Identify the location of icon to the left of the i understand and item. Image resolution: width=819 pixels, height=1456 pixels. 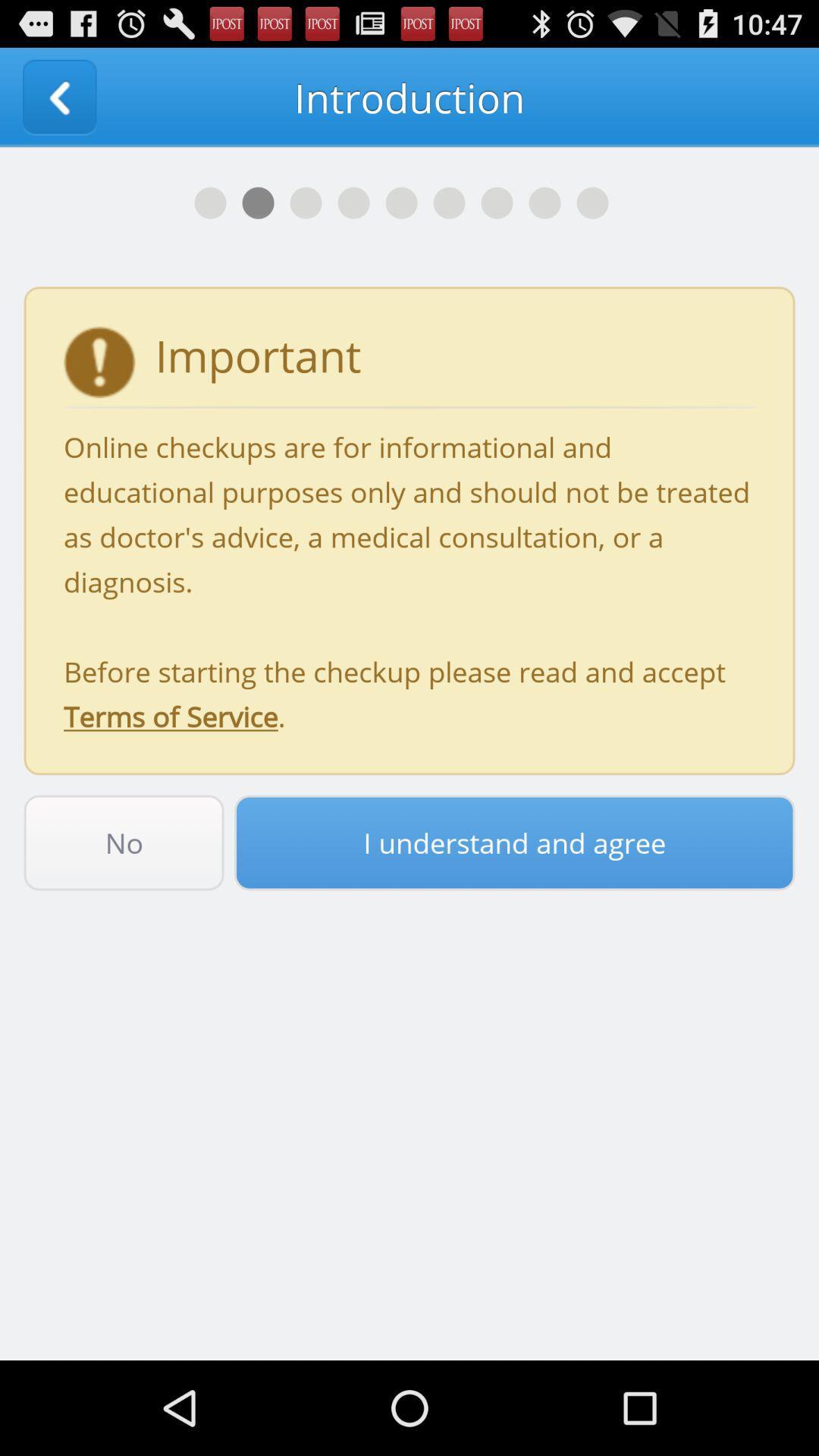
(123, 842).